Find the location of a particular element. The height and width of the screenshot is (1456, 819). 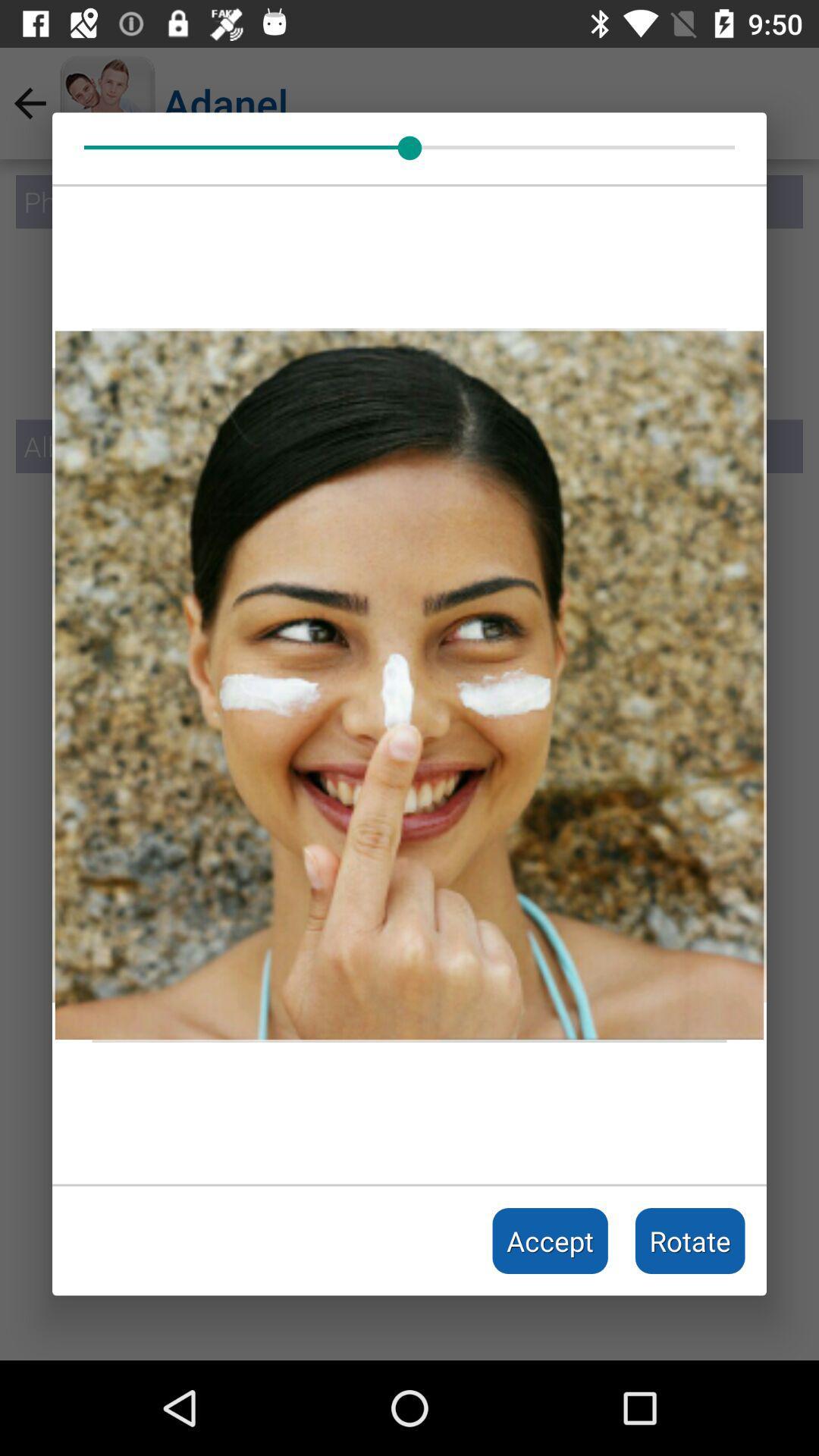

accept item is located at coordinates (550, 1241).